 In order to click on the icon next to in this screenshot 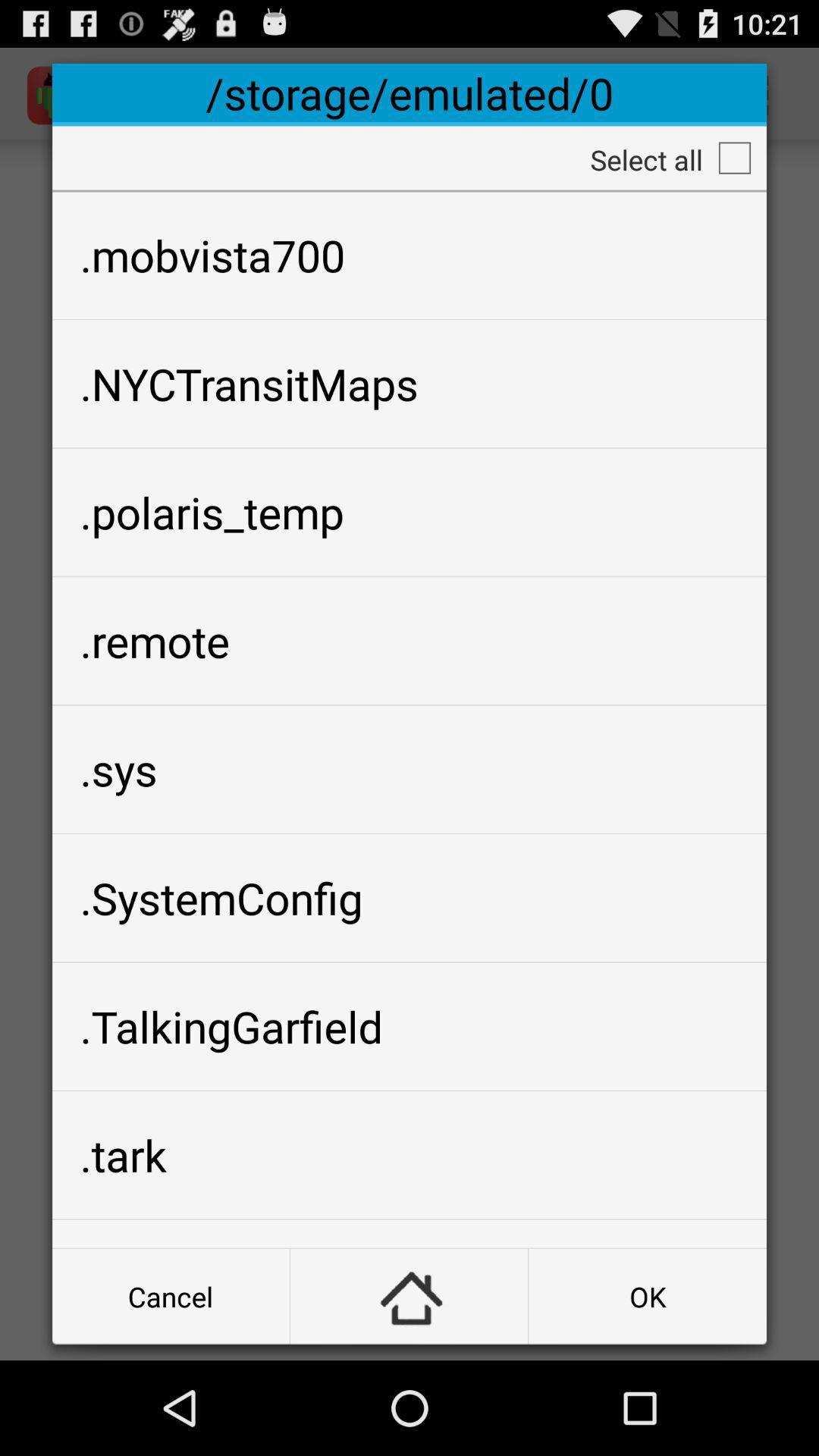, I will do `click(648, 1295)`.